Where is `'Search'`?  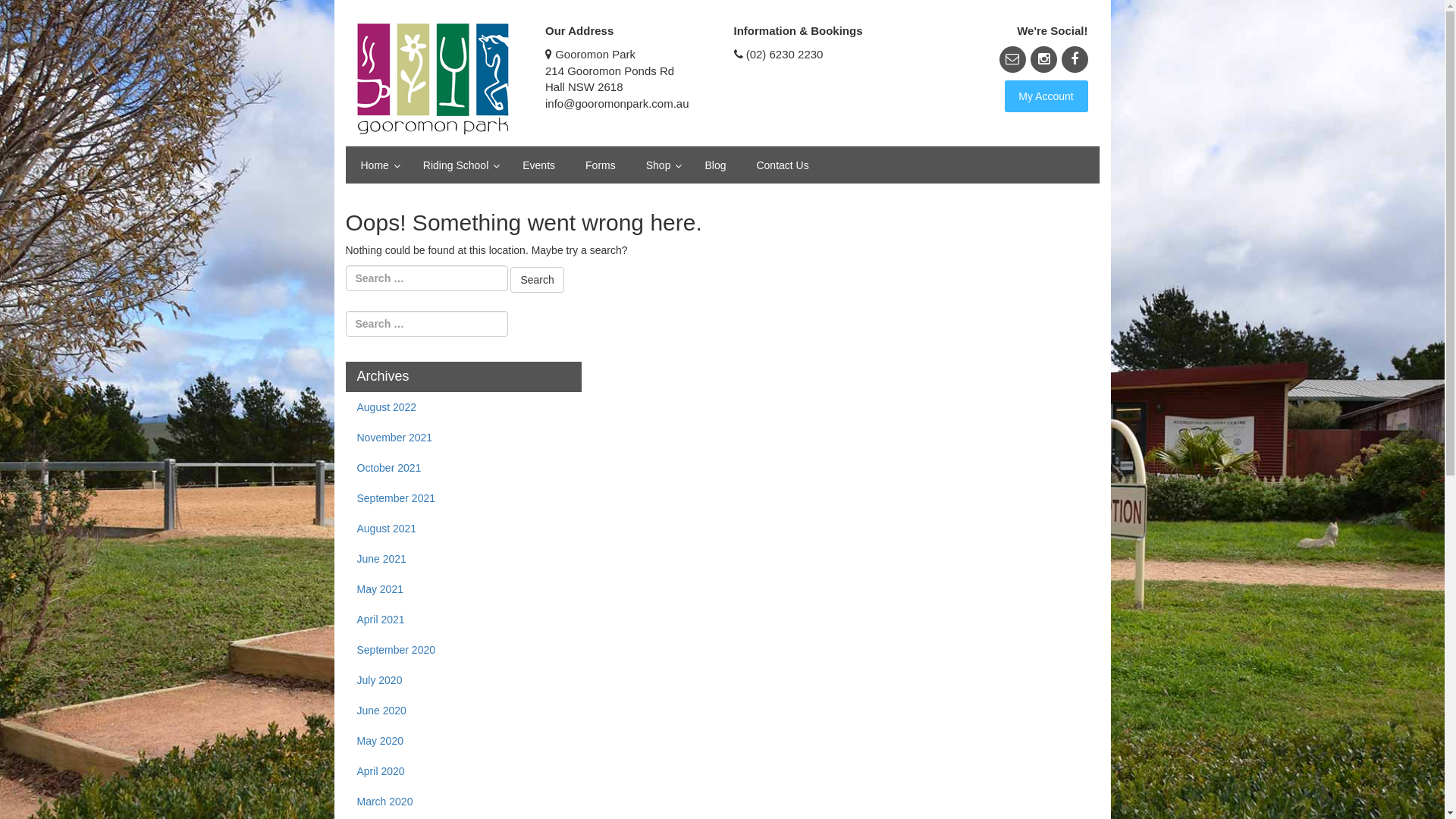 'Search' is located at coordinates (0, 12).